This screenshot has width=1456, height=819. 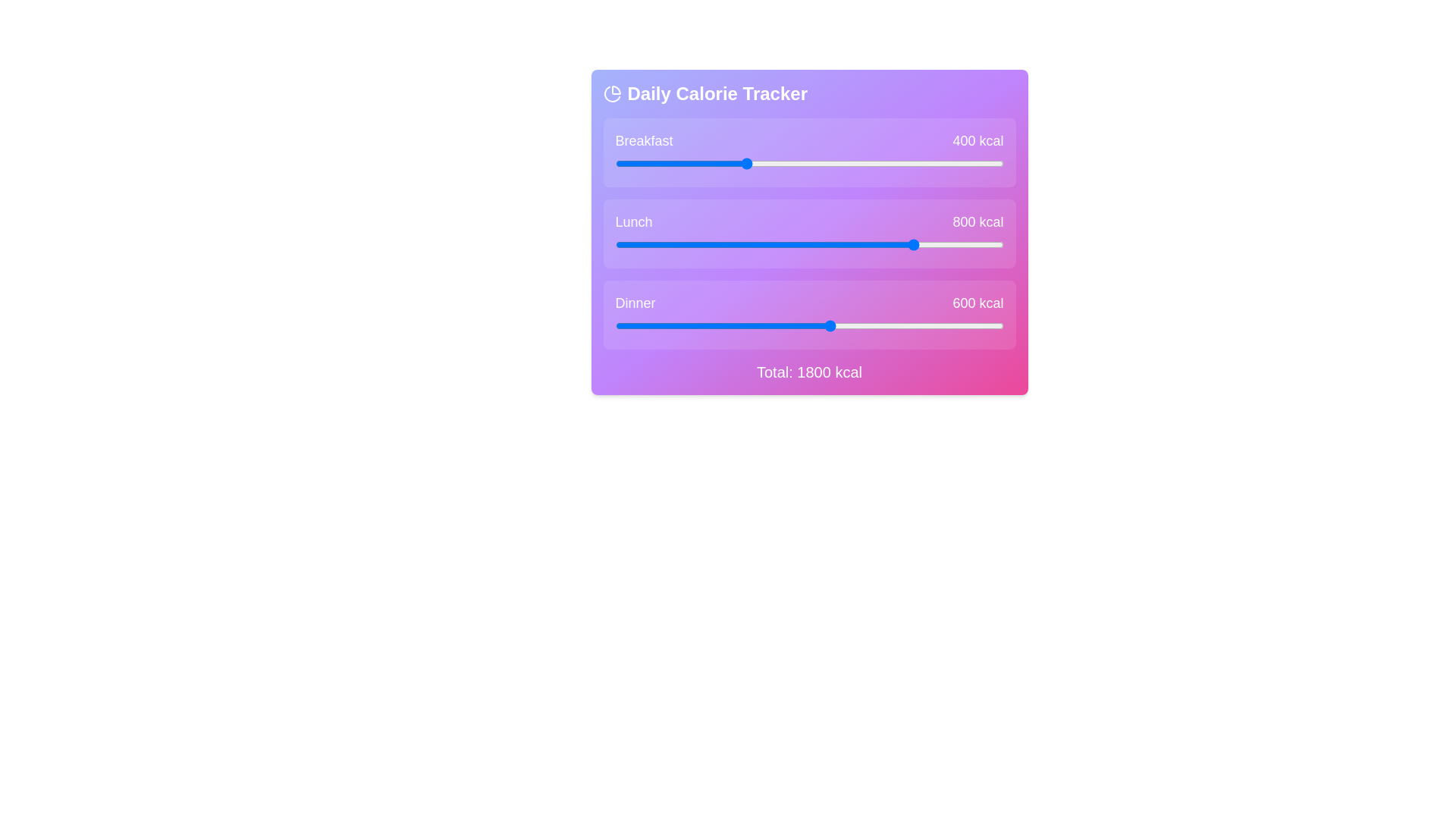 What do you see at coordinates (730, 244) in the screenshot?
I see `the lunch calorie value` at bounding box center [730, 244].